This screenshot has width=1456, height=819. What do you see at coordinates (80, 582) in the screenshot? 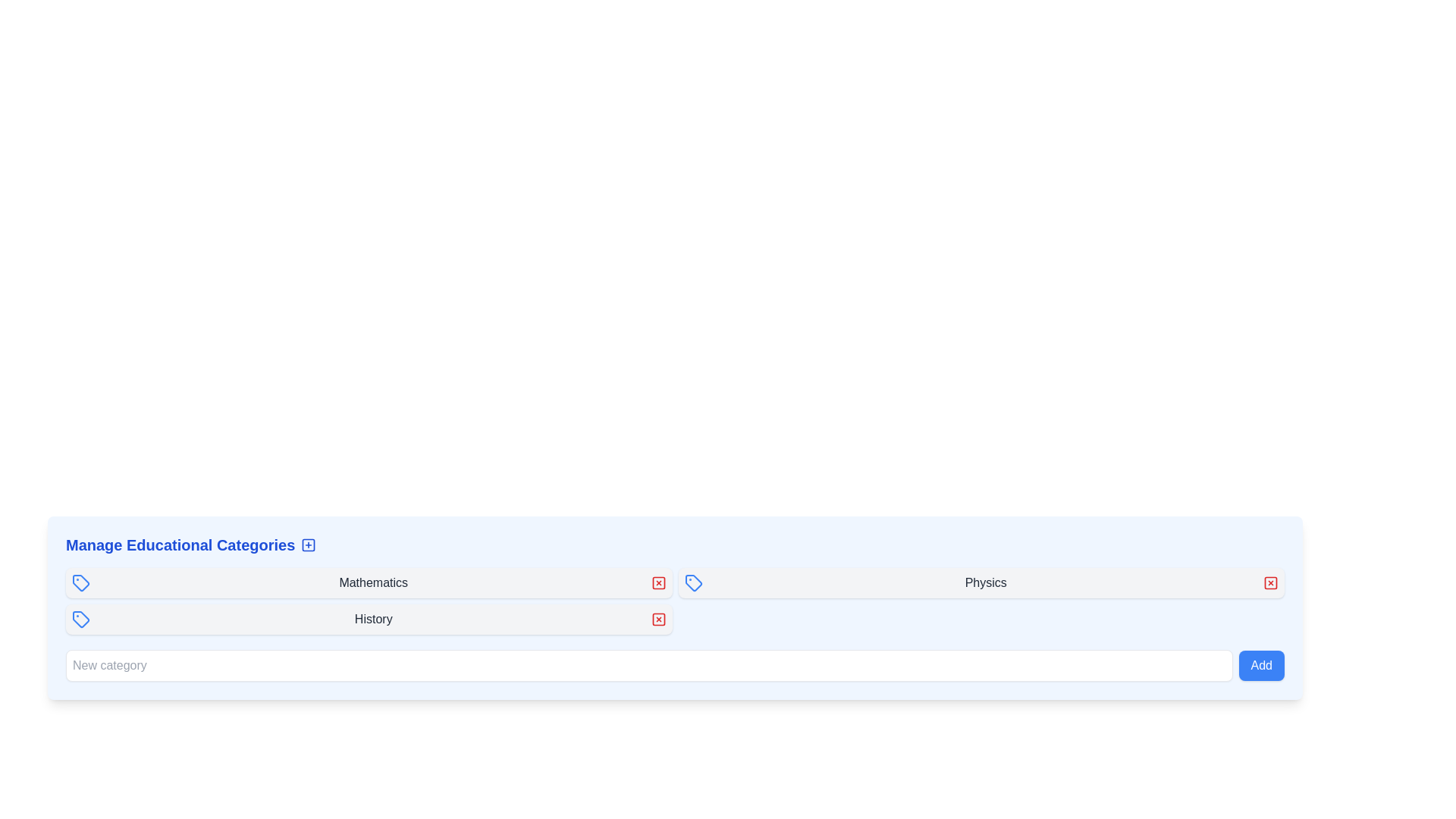
I see `the blue tag icon with a circular hole located next to the text 'Mathematics', which is the first icon in the 'Mathematics' category row` at bounding box center [80, 582].